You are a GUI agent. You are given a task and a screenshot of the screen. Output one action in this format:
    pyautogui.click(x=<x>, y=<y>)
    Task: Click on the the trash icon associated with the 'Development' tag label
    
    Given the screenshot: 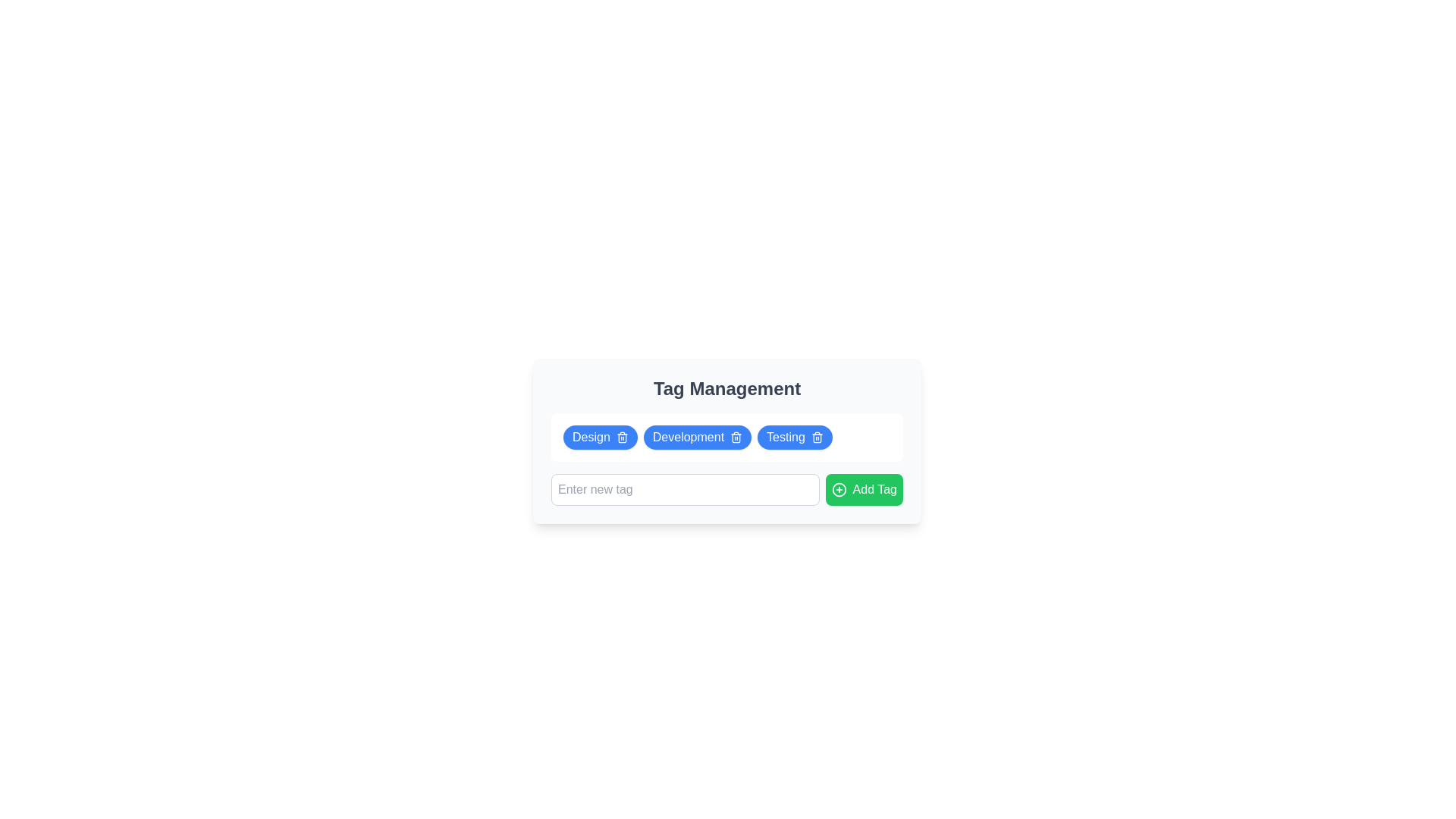 What is the action you would take?
    pyautogui.click(x=726, y=441)
    